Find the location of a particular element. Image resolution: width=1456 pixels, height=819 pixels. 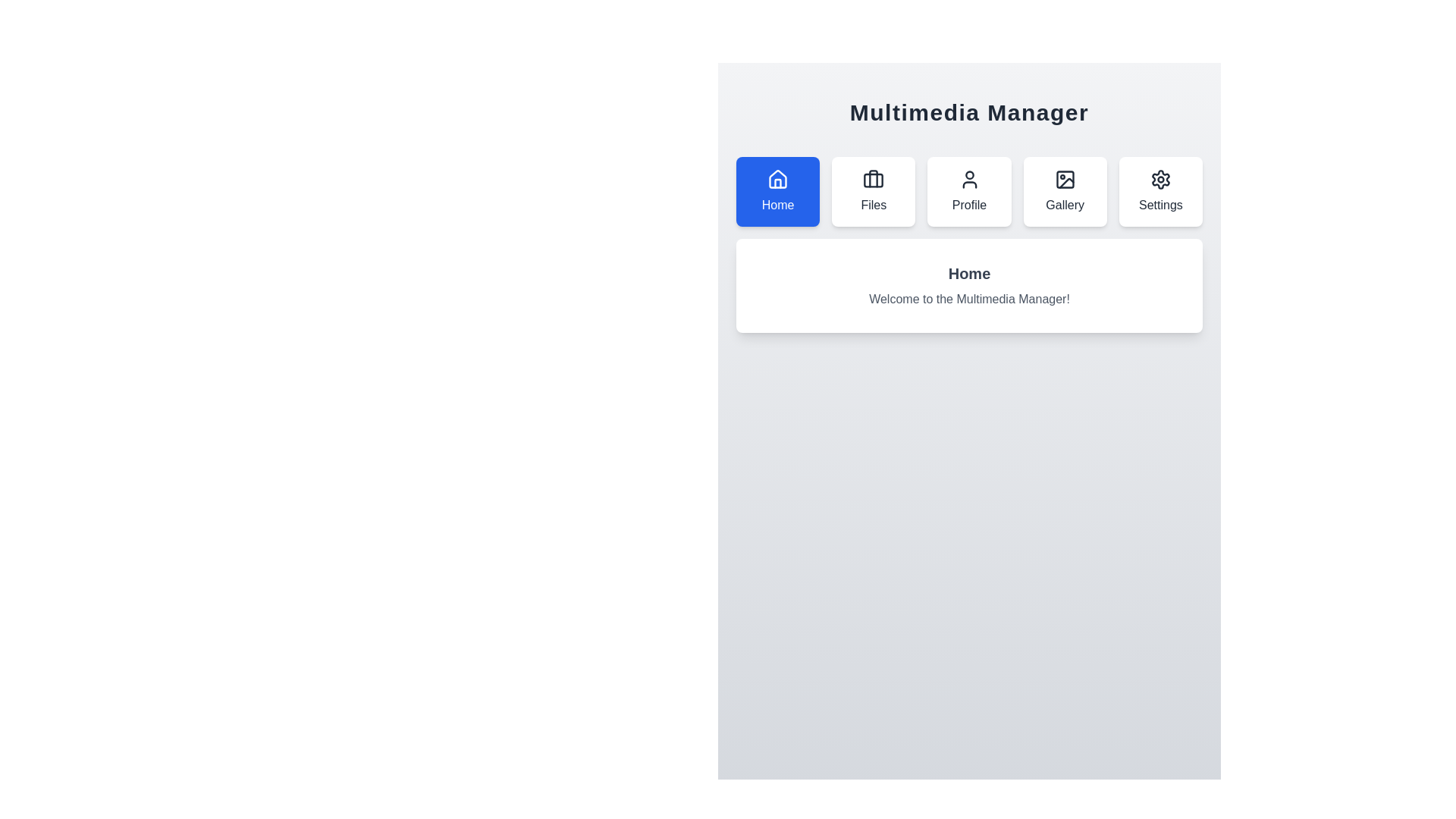

the second button labeled 'Files' with a briefcase icon is located at coordinates (874, 191).